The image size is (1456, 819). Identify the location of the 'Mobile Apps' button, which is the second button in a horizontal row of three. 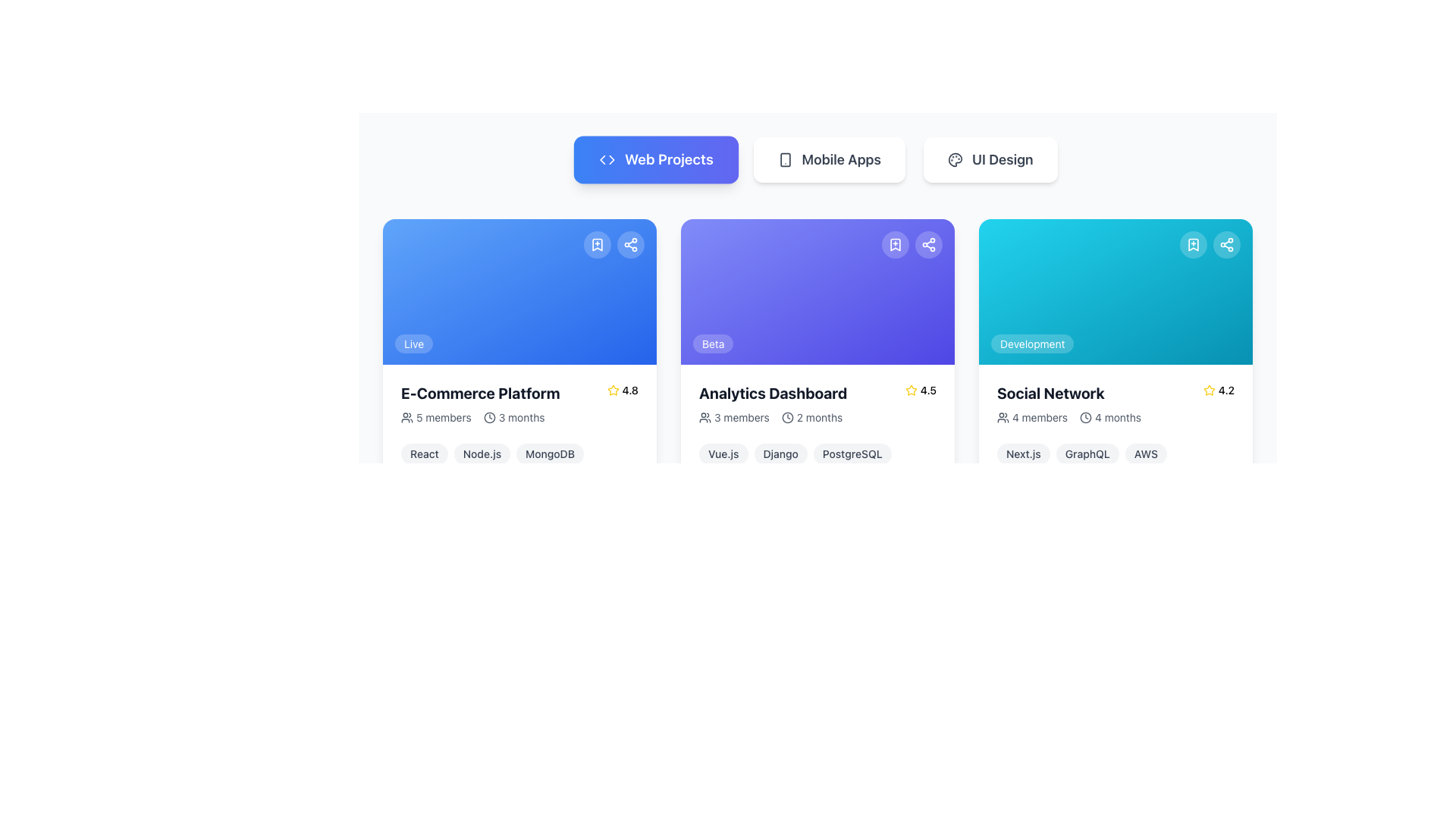
(828, 160).